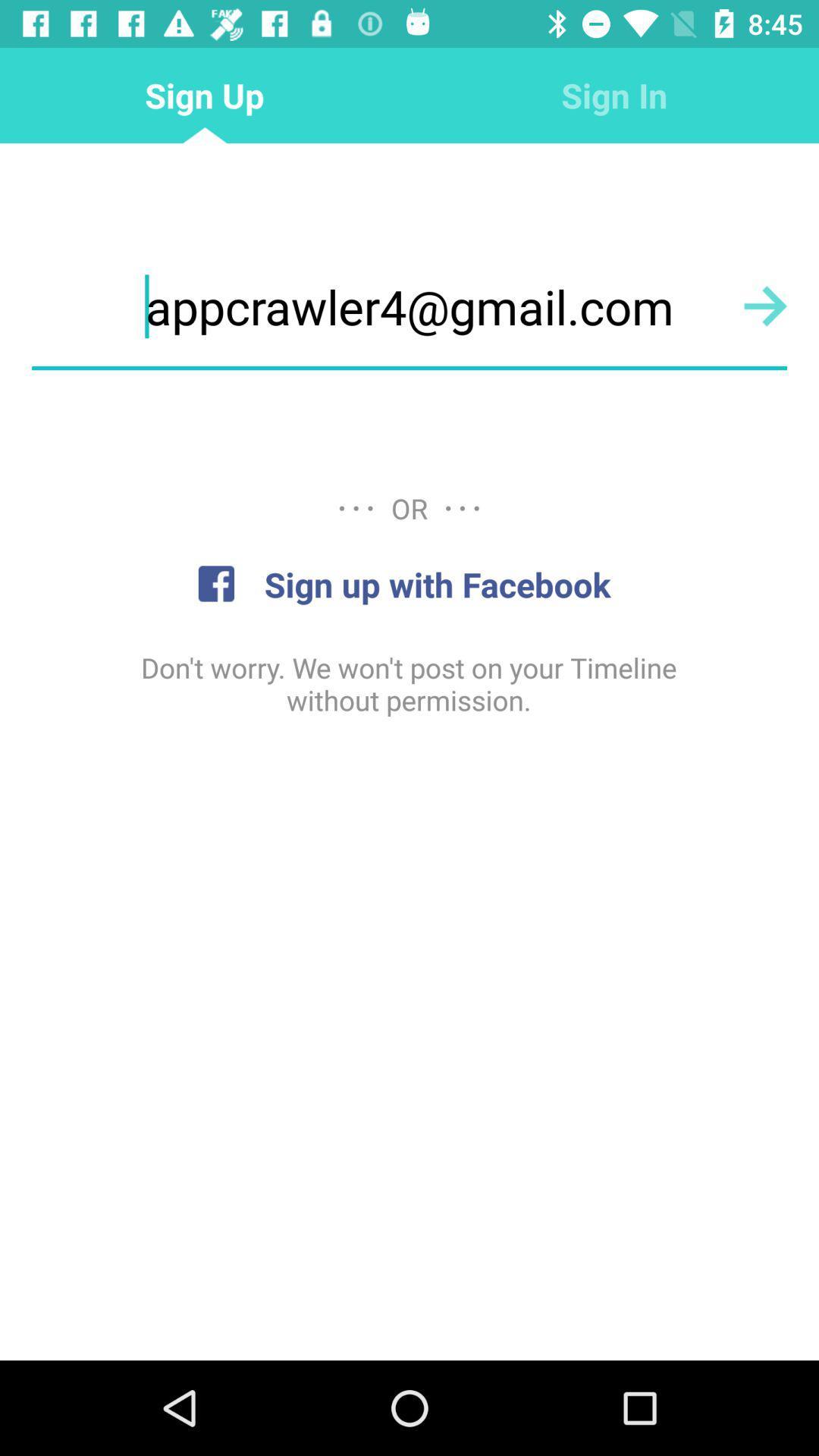 The image size is (819, 1456). I want to click on icon below the sign up item, so click(409, 306).